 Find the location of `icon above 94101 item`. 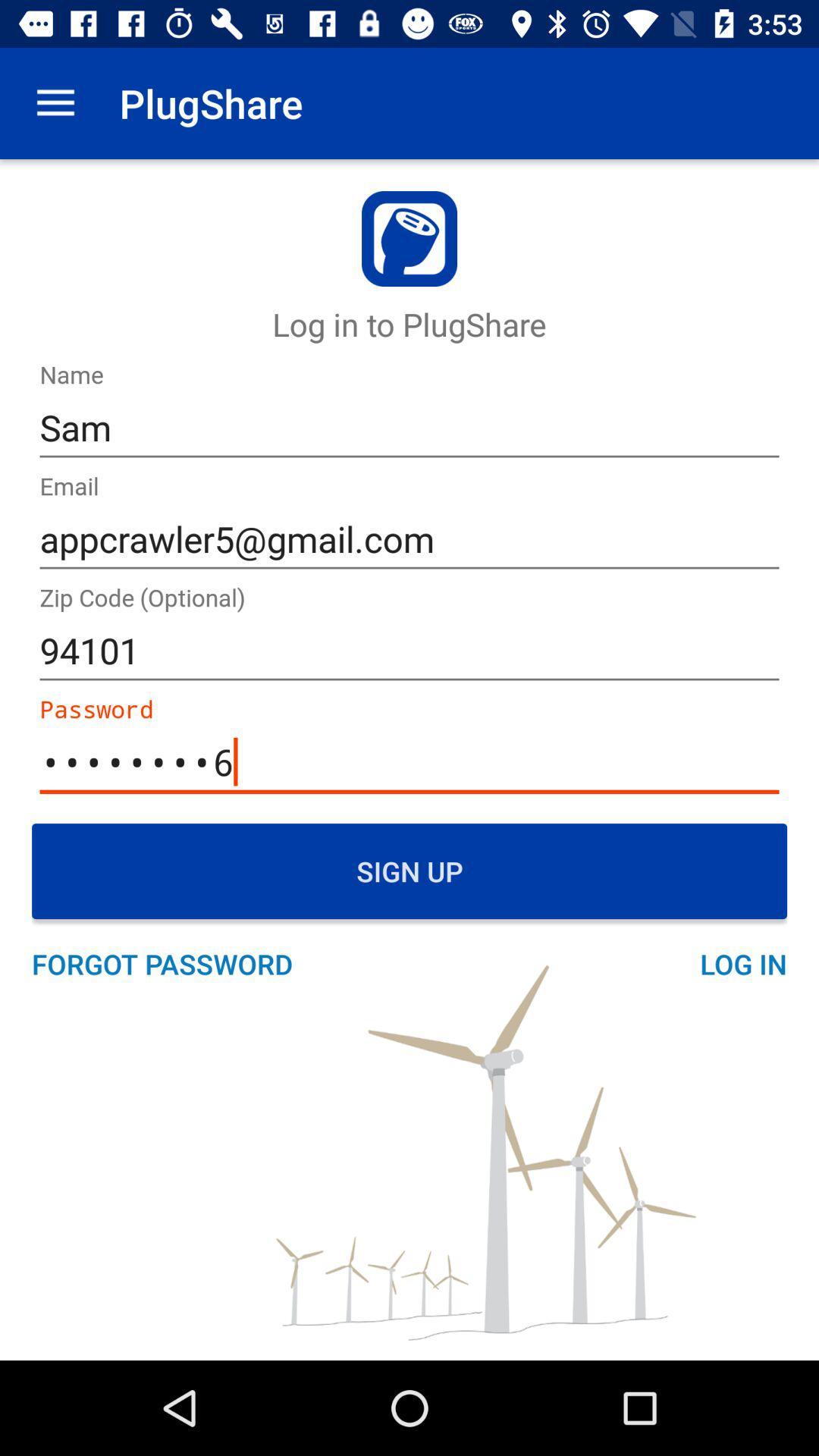

icon above 94101 item is located at coordinates (409, 539).